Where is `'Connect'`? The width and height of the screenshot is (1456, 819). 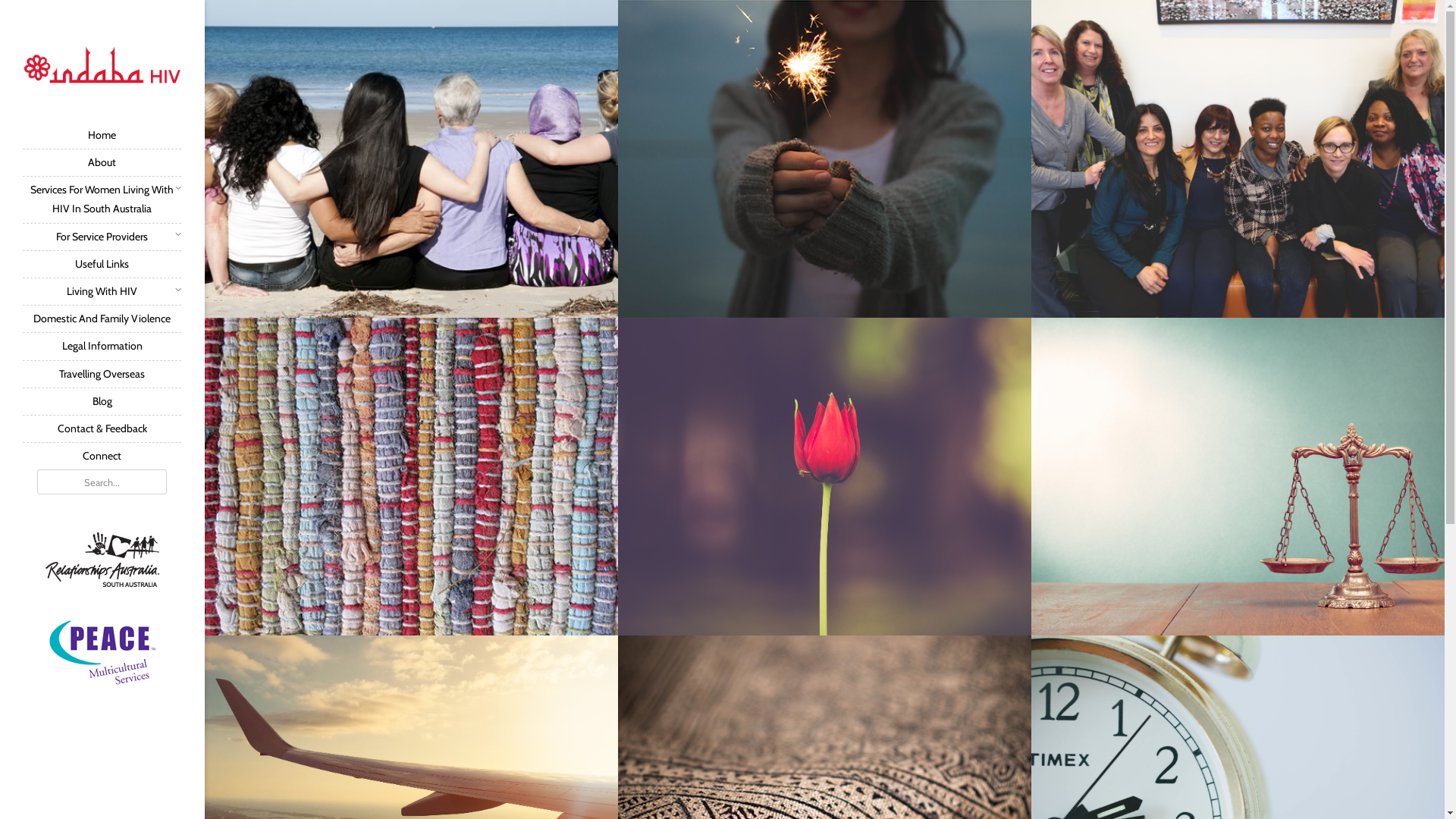
'Connect' is located at coordinates (101, 455).